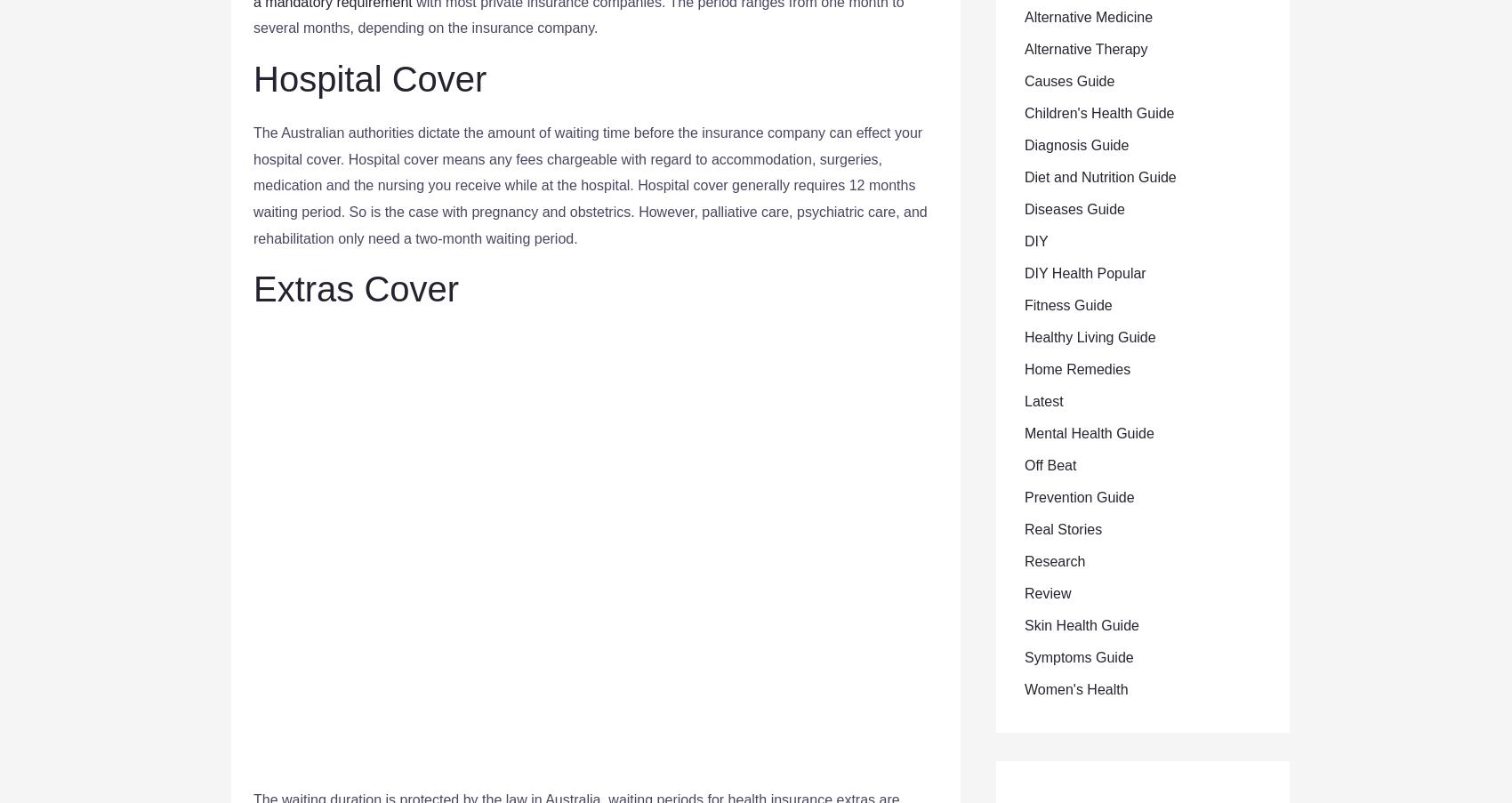 The height and width of the screenshot is (803, 1512). What do you see at coordinates (355, 288) in the screenshot?
I see `'Extras Cover'` at bounding box center [355, 288].